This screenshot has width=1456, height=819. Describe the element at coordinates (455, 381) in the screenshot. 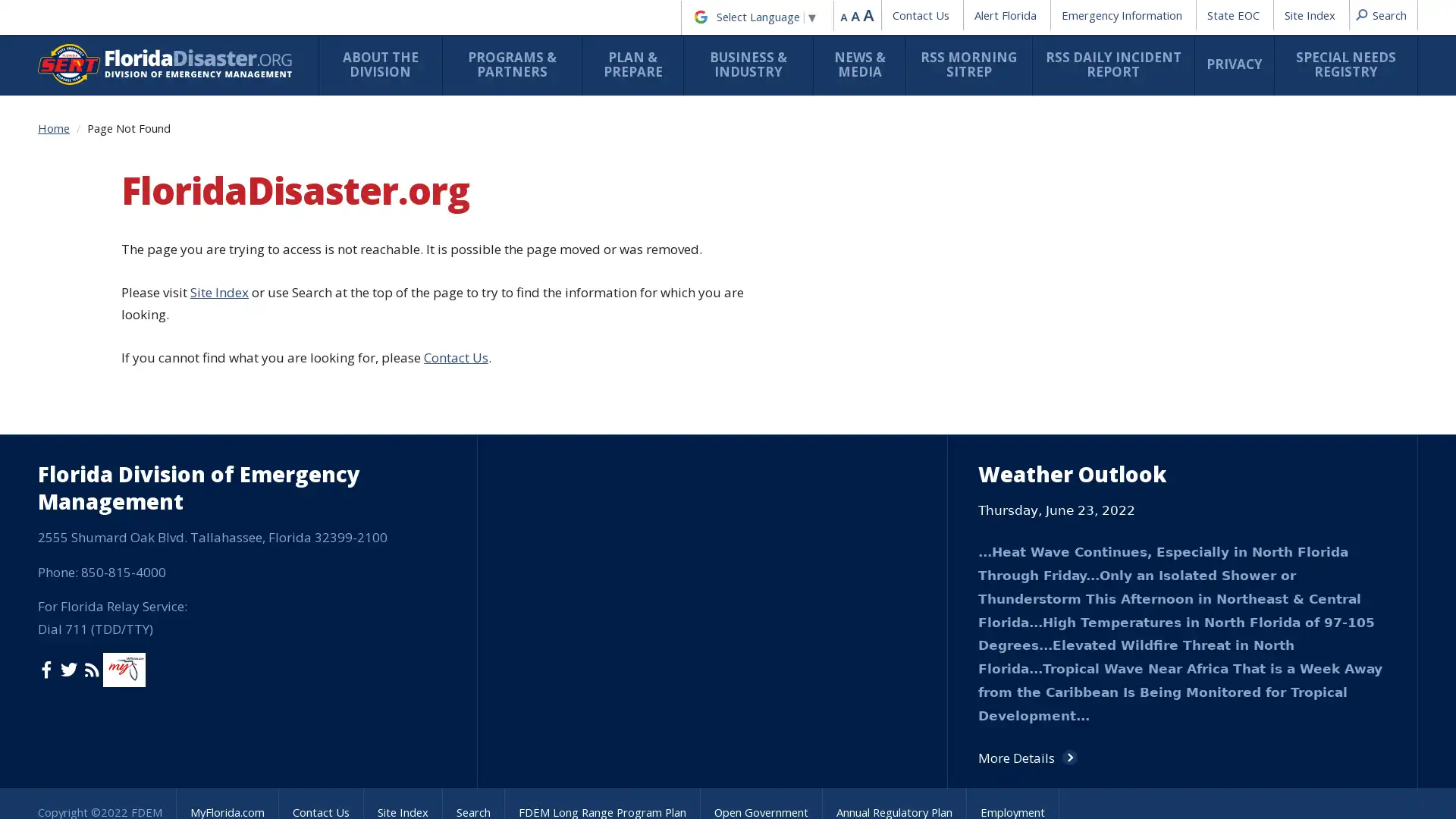

I see `Toggle More` at that location.